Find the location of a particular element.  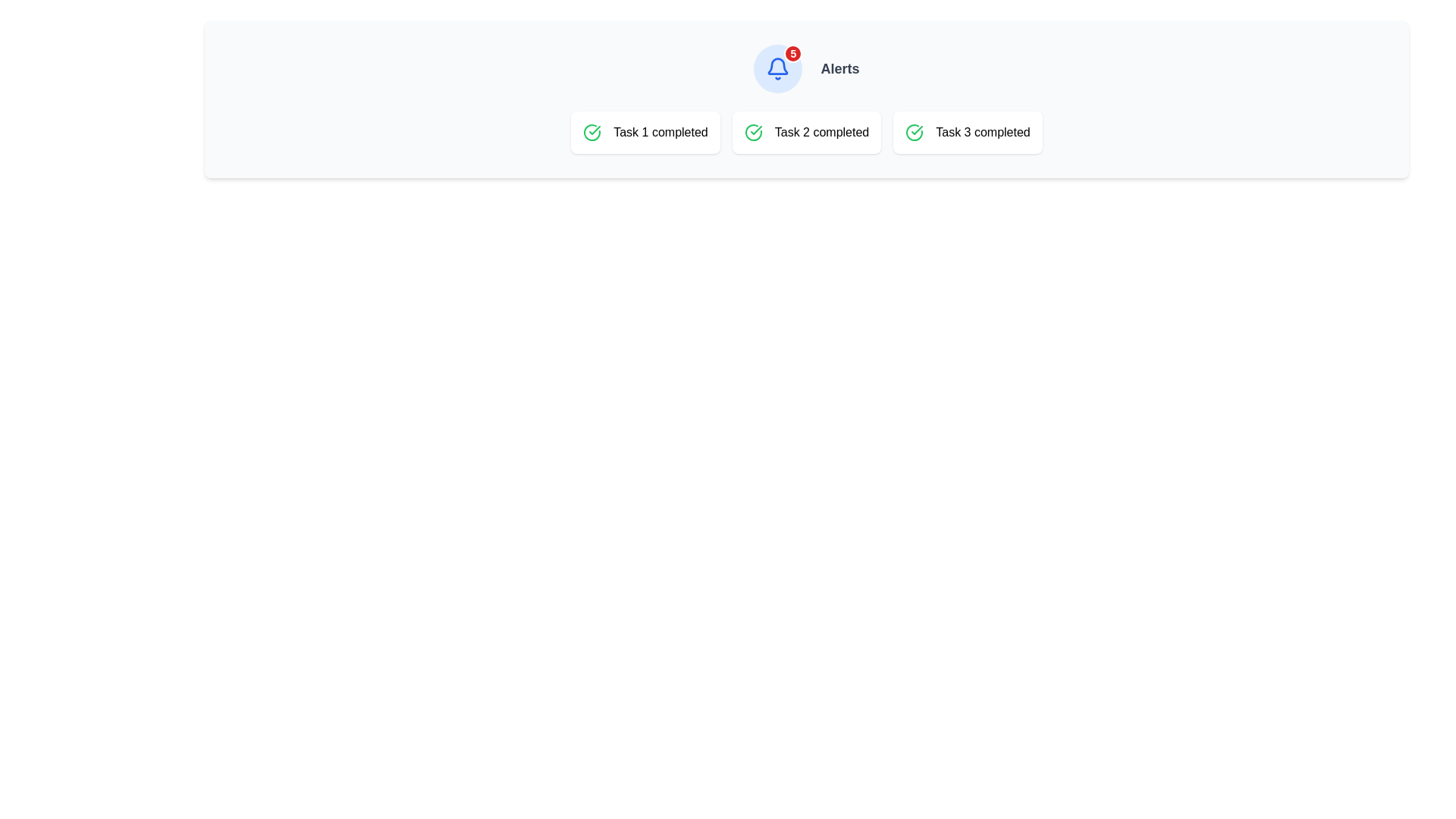

the Information card that displays 'Task 2 completed', which features a green circular checkmark icon and bold text, positioned centrally in the top region of the interface is located at coordinates (806, 131).